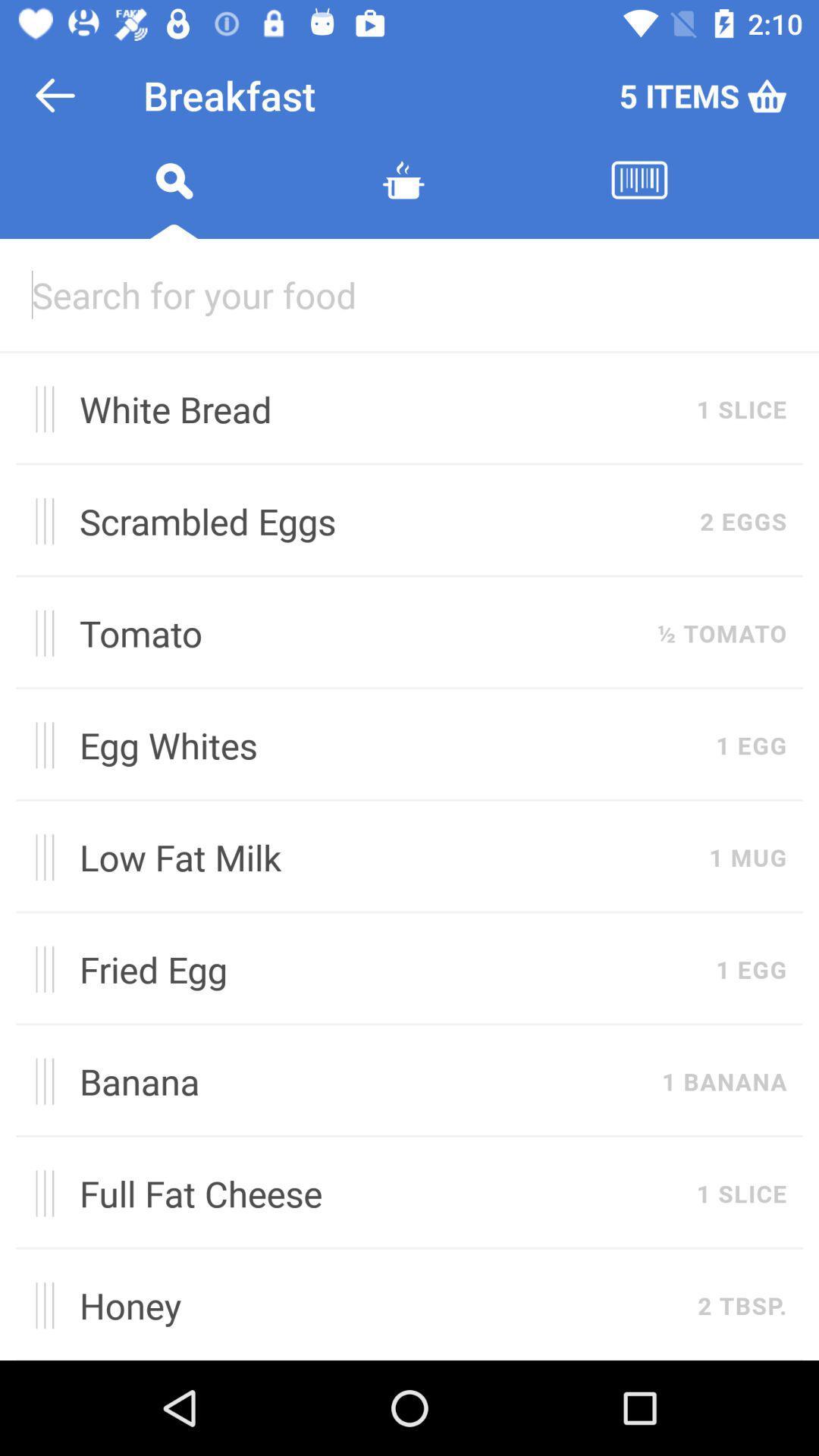 Image resolution: width=819 pixels, height=1456 pixels. What do you see at coordinates (55, 94) in the screenshot?
I see `the item to the left of breakfast` at bounding box center [55, 94].